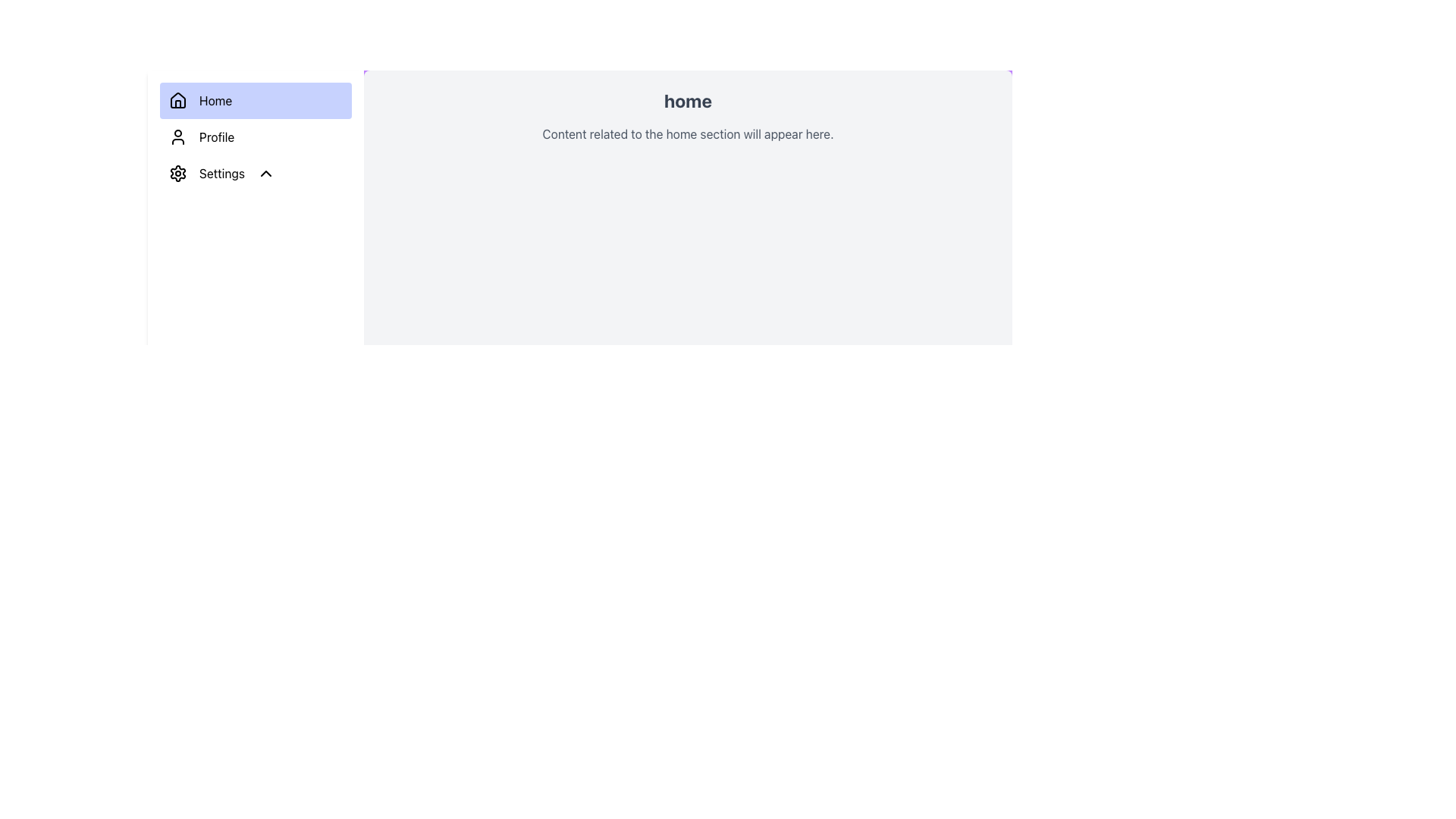 The width and height of the screenshot is (1456, 819). Describe the element at coordinates (178, 100) in the screenshot. I see `the home icon located at the top of the sidebar, which is a dark-colored house outline with a door, positioned left of the 'Home' text` at that location.